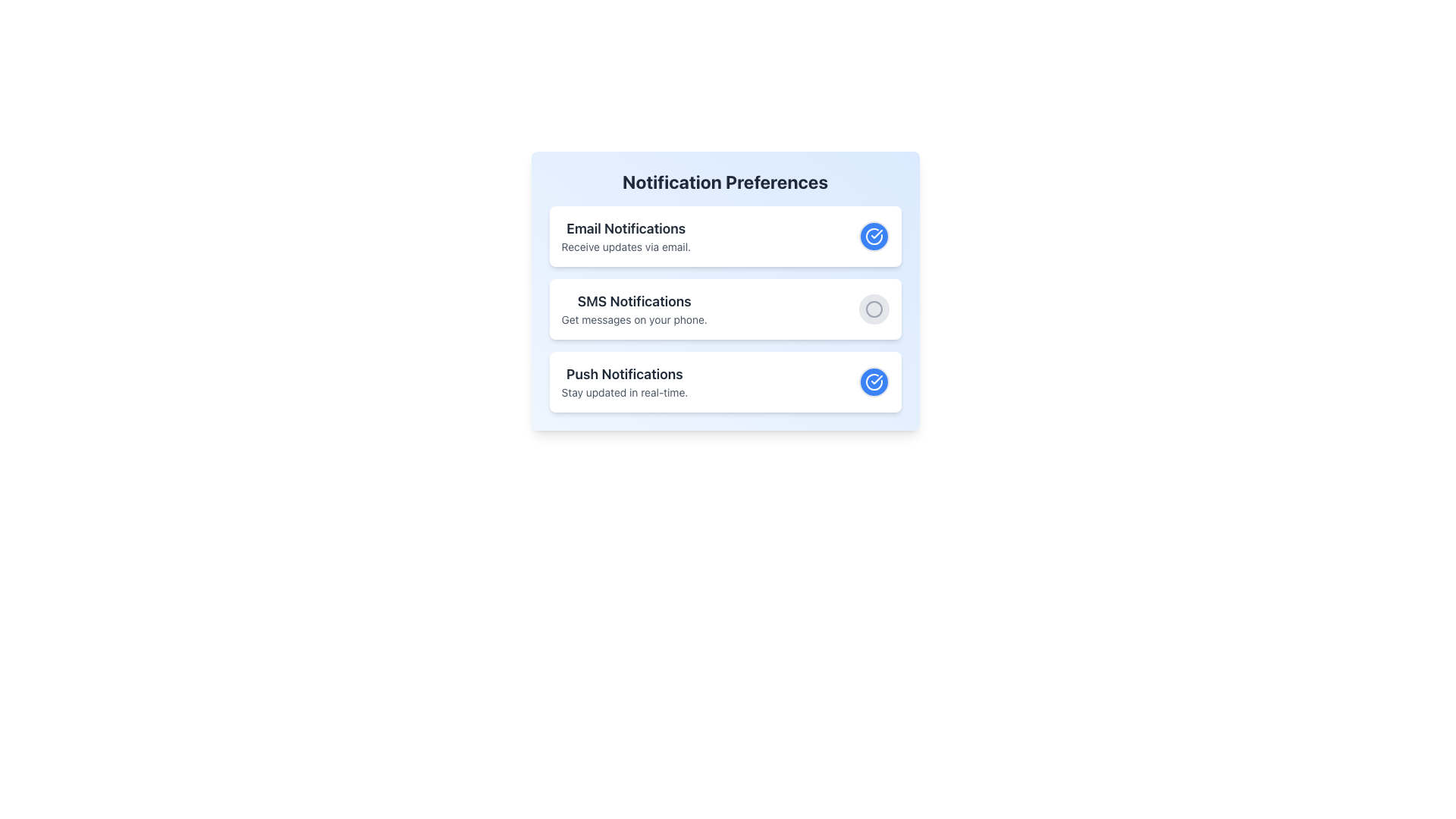 The image size is (1456, 819). What do you see at coordinates (724, 309) in the screenshot?
I see `the SMS notification toggle option` at bounding box center [724, 309].